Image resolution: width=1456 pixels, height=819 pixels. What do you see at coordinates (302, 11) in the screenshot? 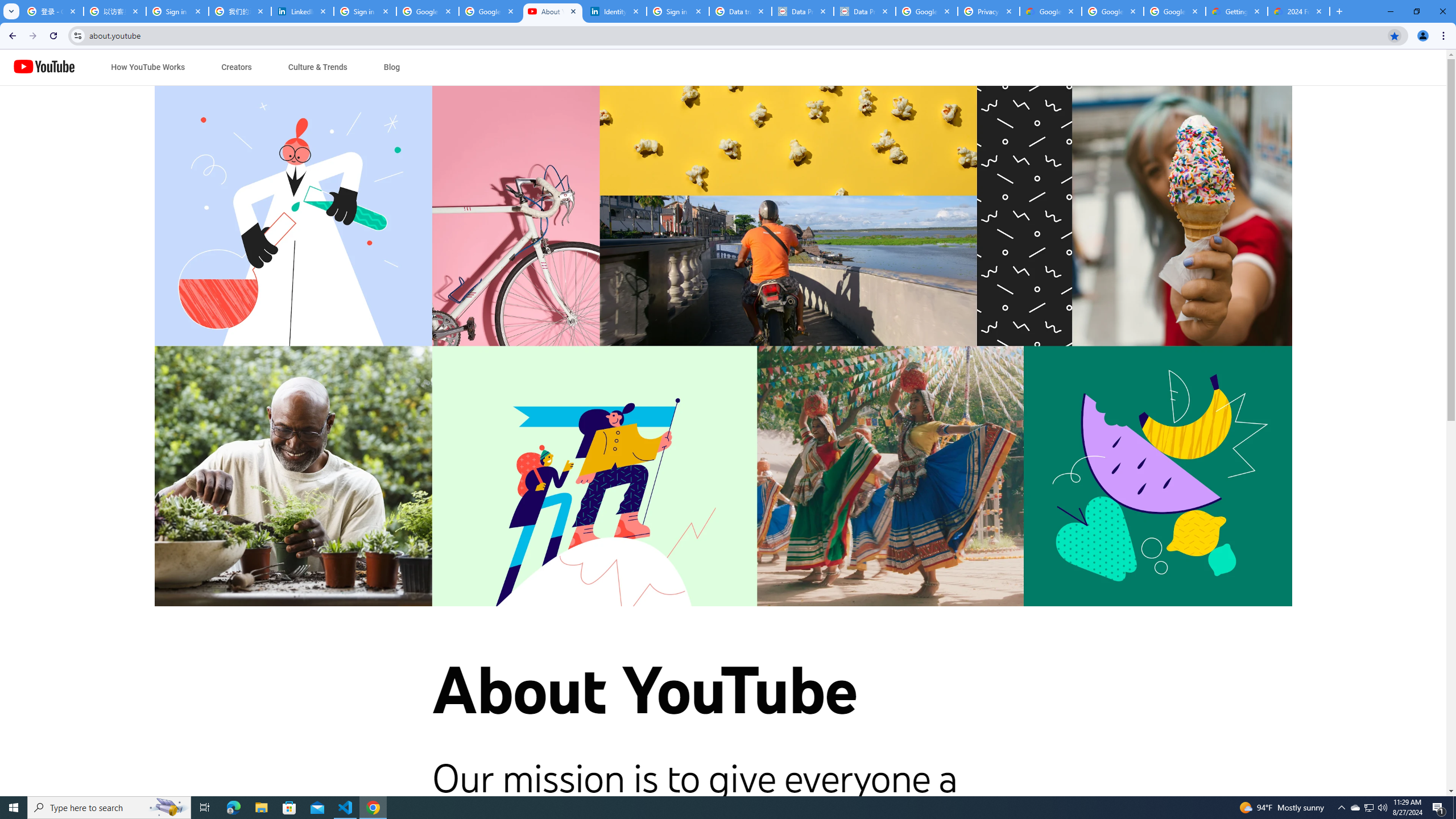
I see `'LinkedIn Privacy Policy'` at bounding box center [302, 11].